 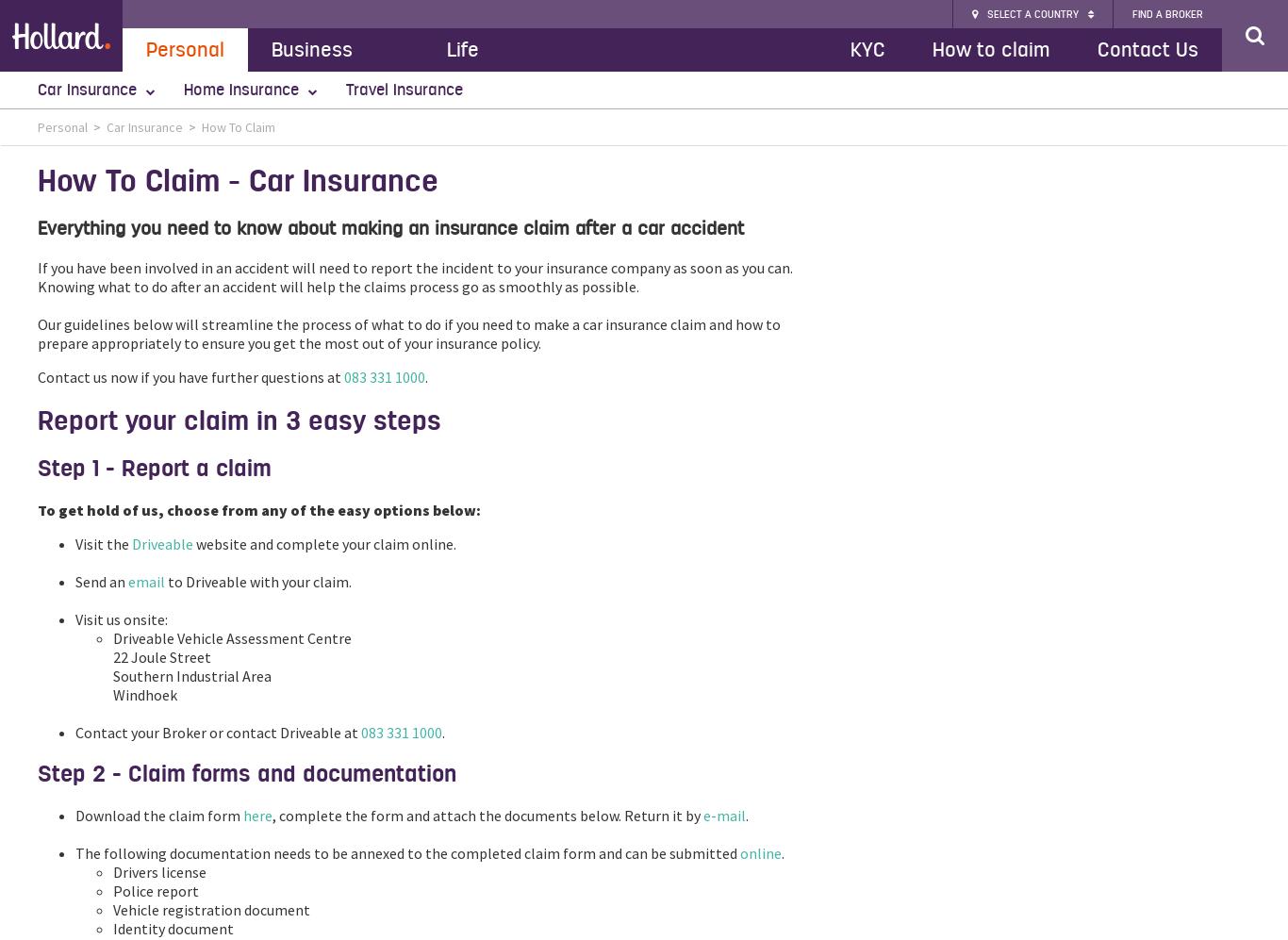 What do you see at coordinates (325, 543) in the screenshot?
I see `'website and complete your claim online.'` at bounding box center [325, 543].